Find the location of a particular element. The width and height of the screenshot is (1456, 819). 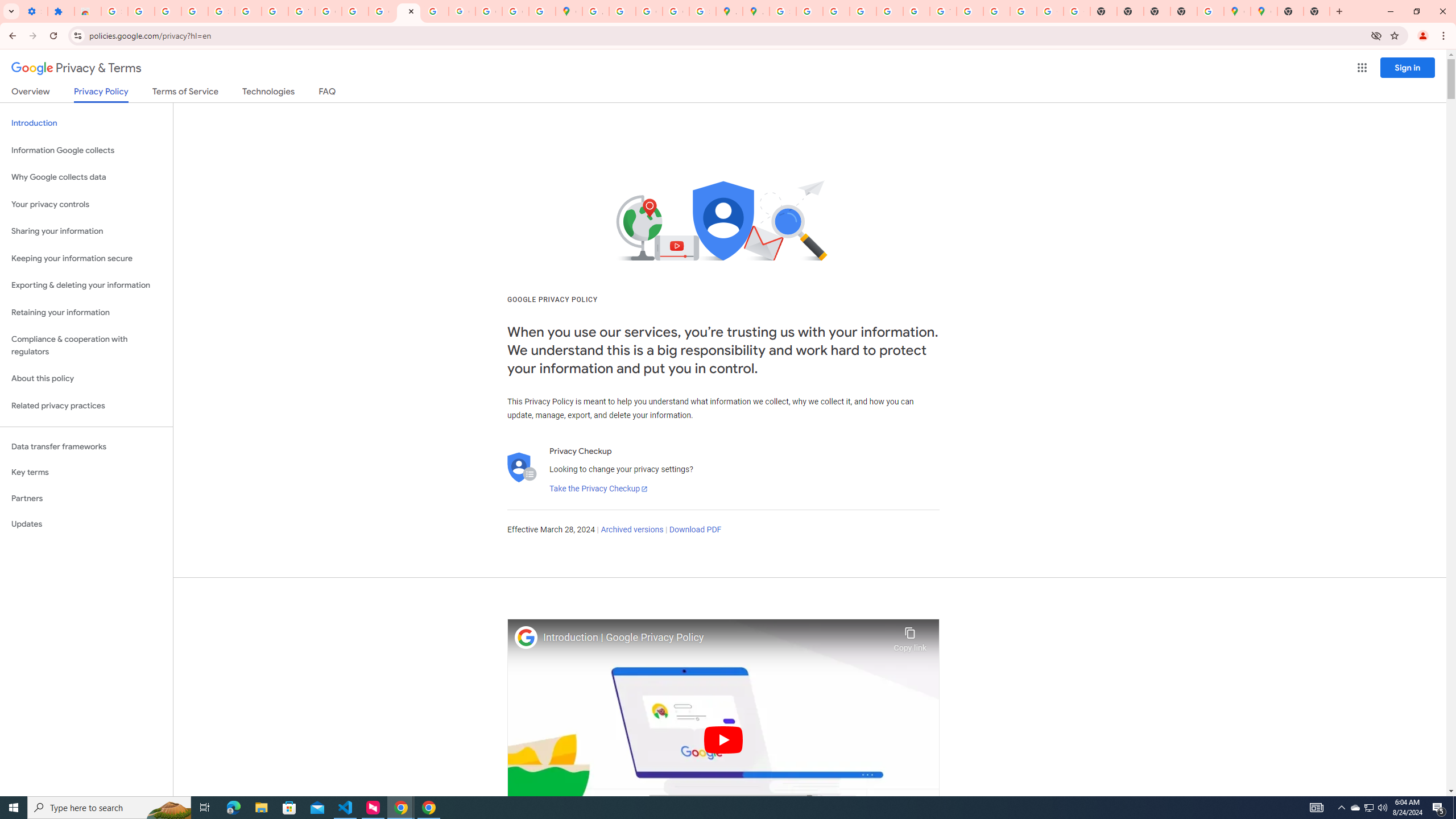

'Chrome' is located at coordinates (1444, 35).